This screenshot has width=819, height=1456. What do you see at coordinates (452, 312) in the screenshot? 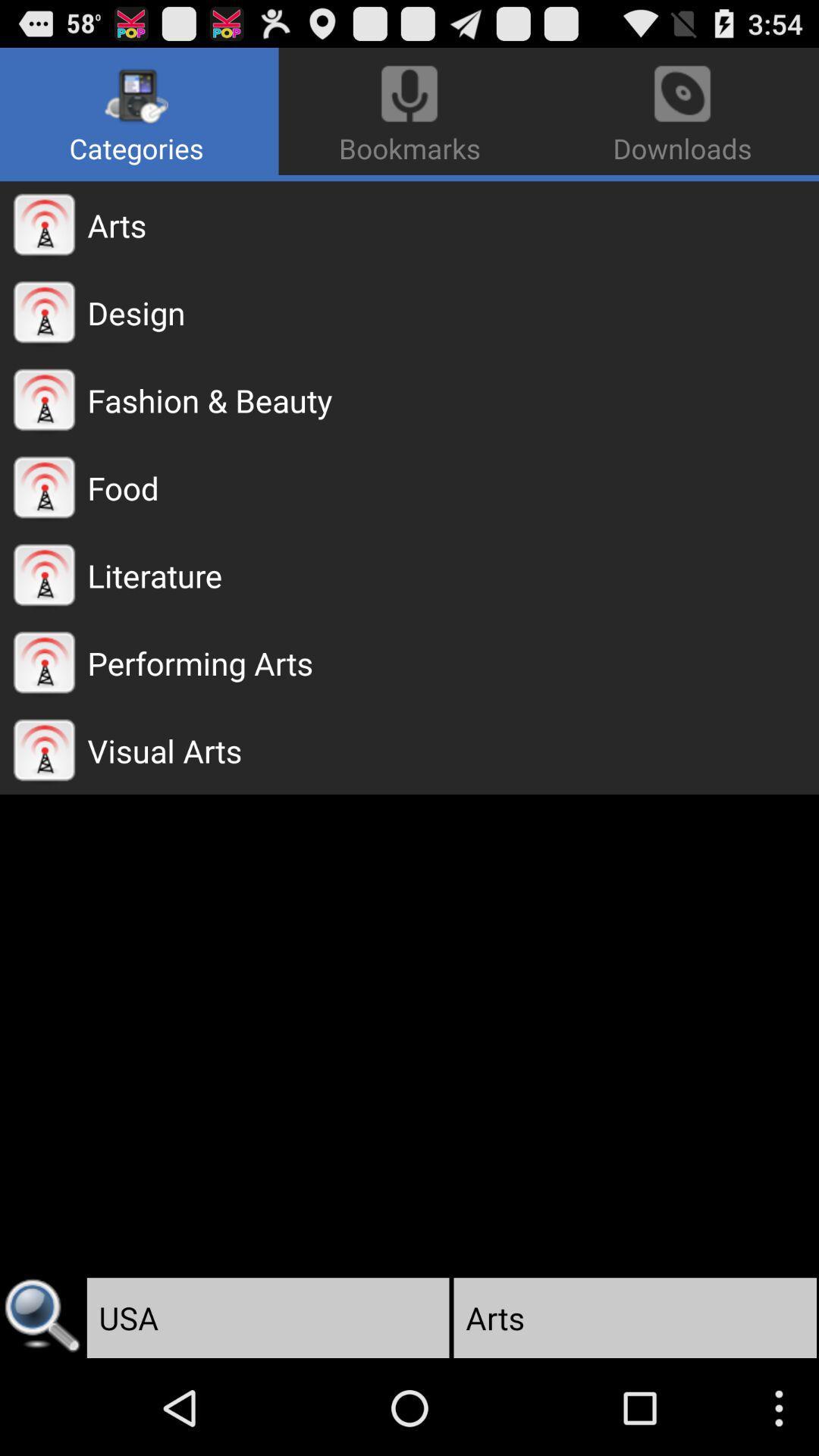
I see `the design item` at bounding box center [452, 312].